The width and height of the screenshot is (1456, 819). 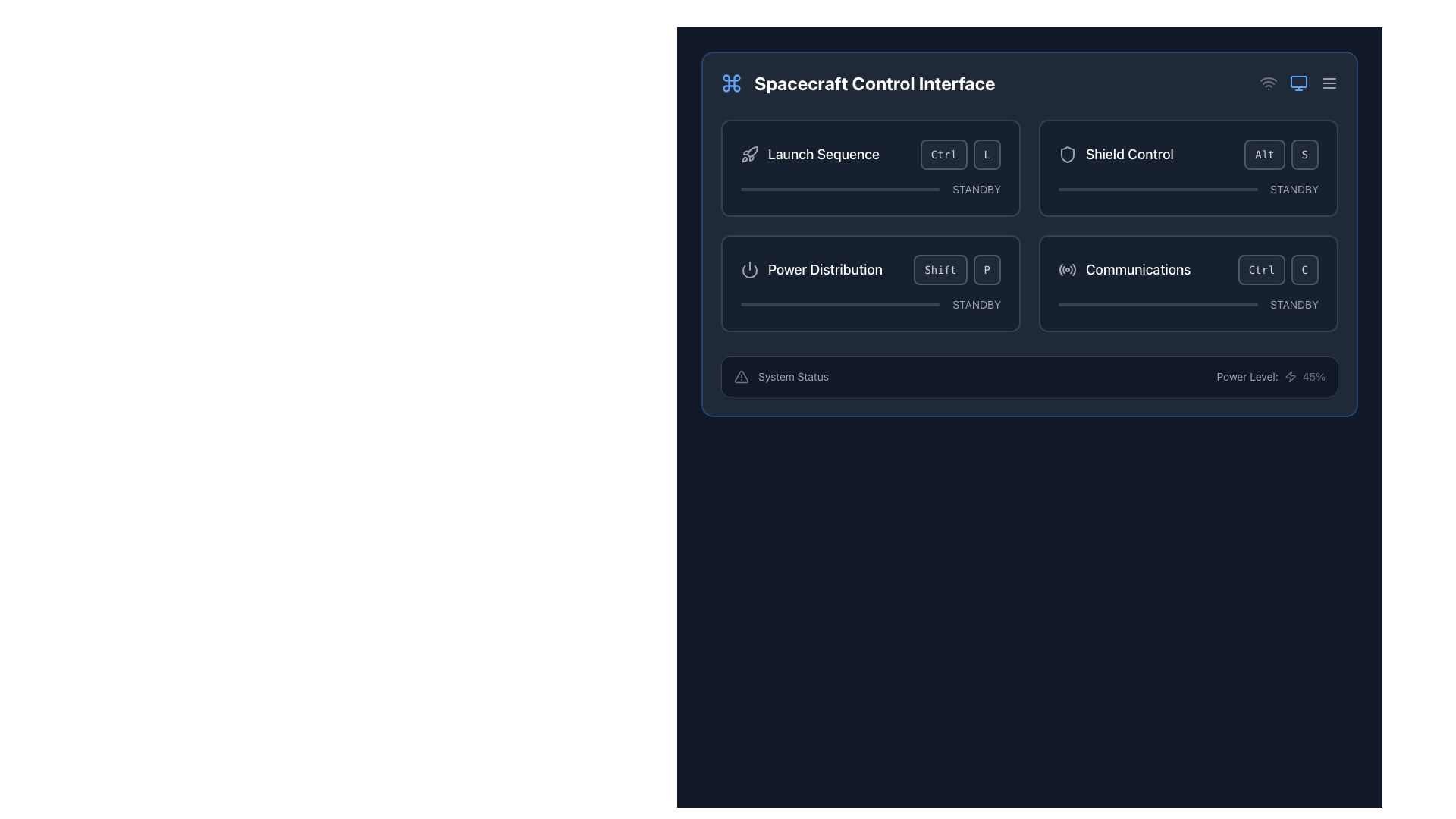 I want to click on the shield control, so click(x=1144, y=189).